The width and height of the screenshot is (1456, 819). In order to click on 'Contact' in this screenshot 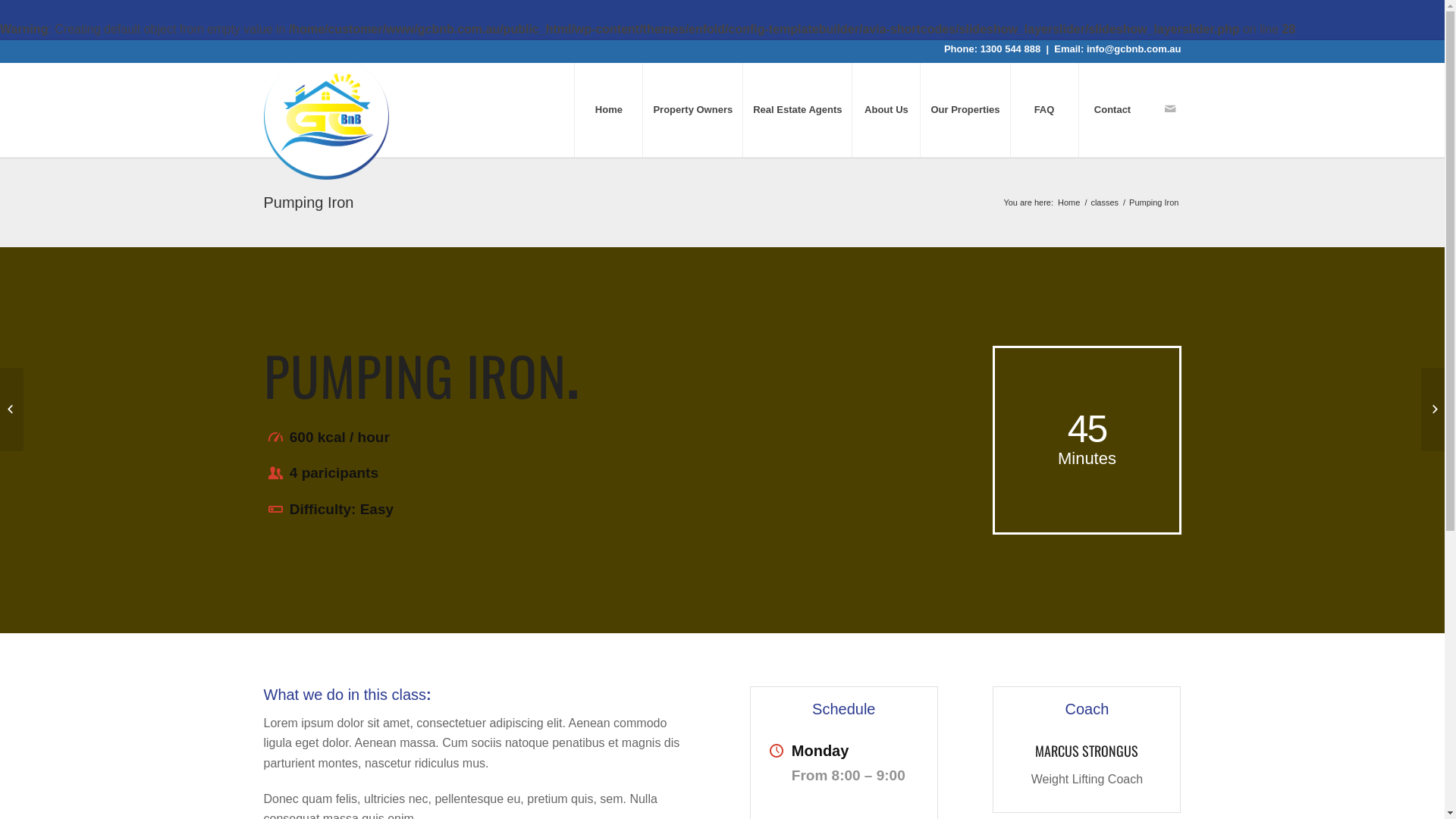, I will do `click(1112, 108)`.